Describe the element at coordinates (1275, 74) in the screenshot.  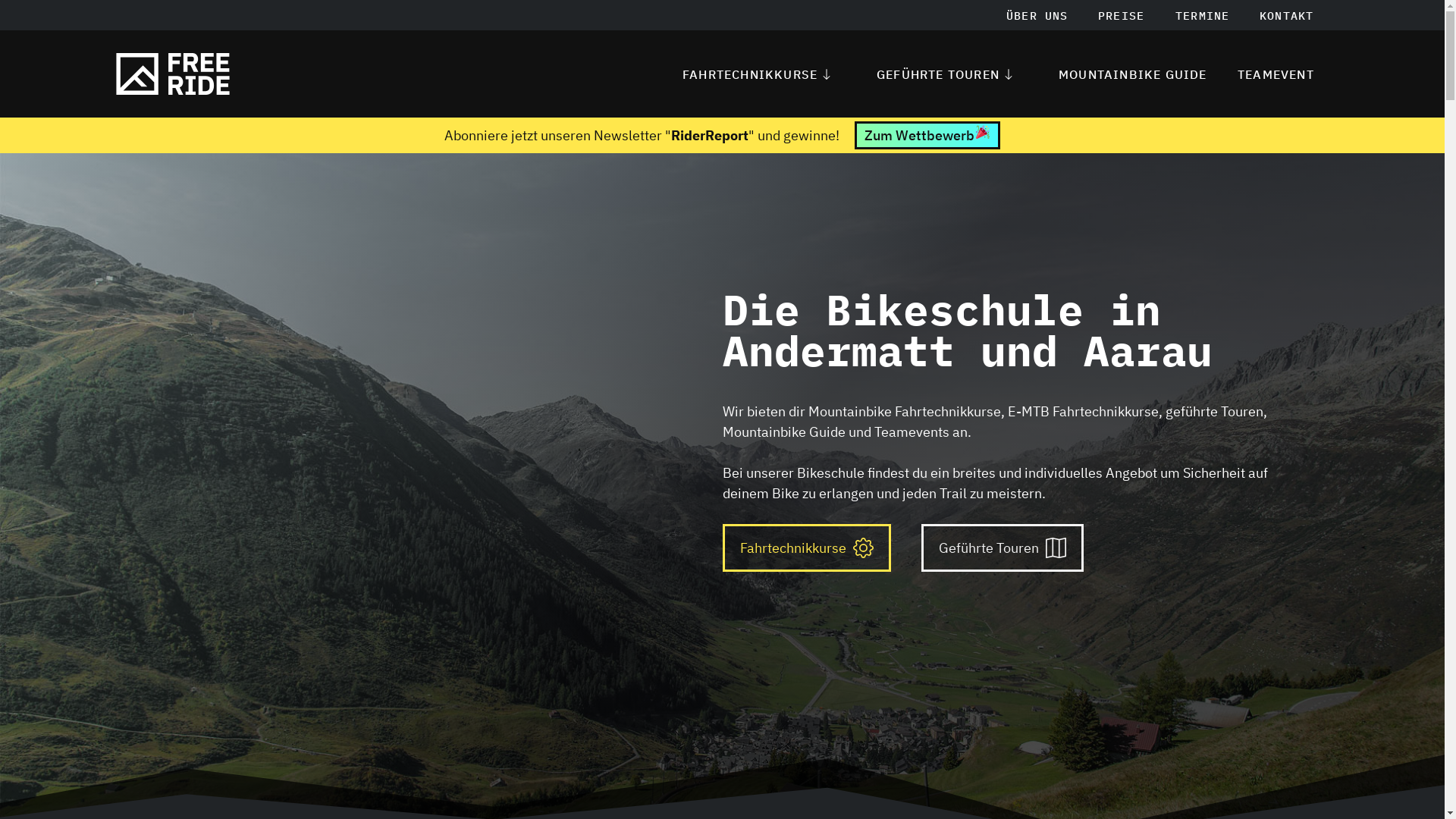
I see `'TEAMEVENT'` at that location.